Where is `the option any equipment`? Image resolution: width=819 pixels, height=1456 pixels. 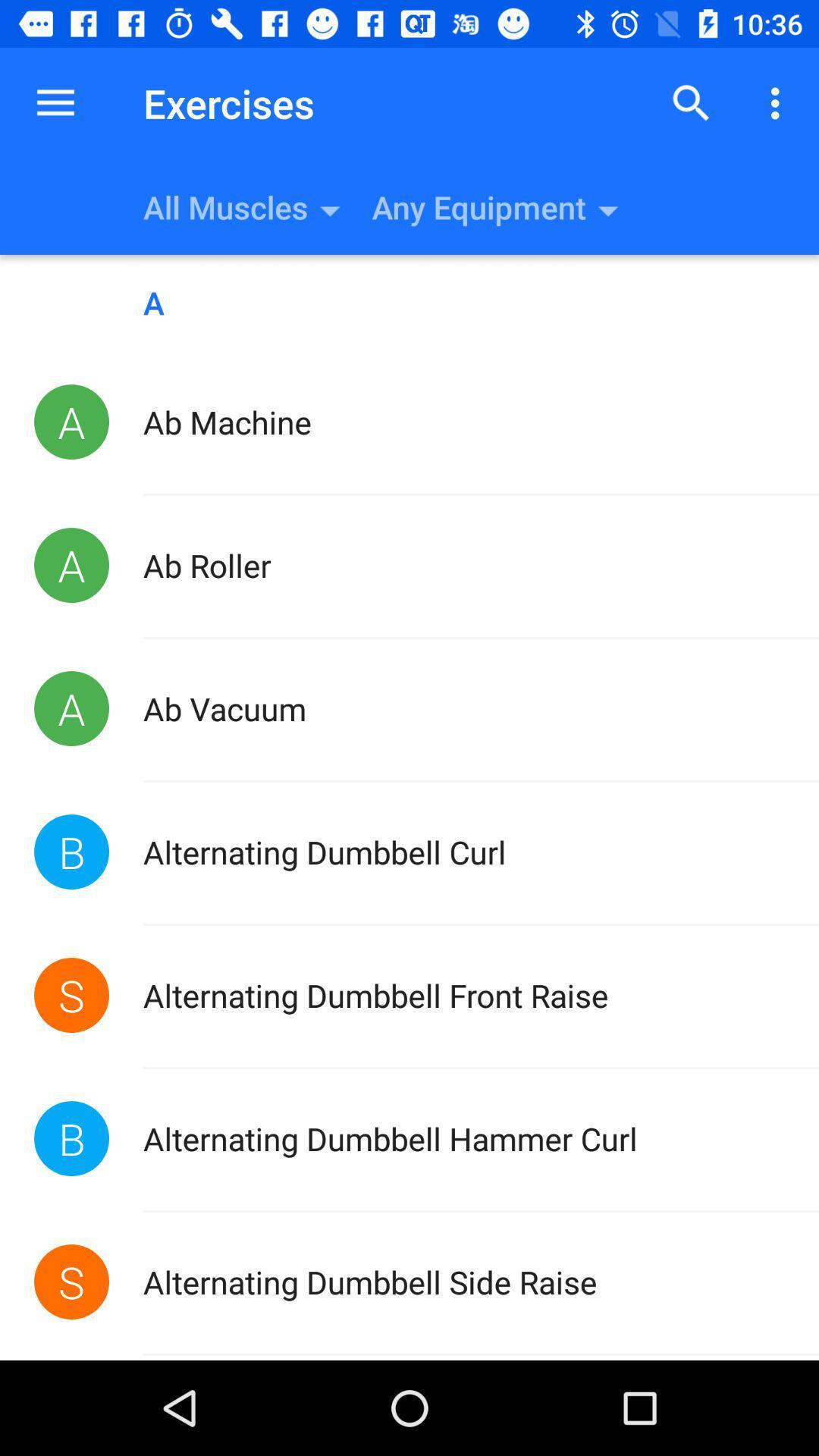
the option any equipment is located at coordinates (595, 206).